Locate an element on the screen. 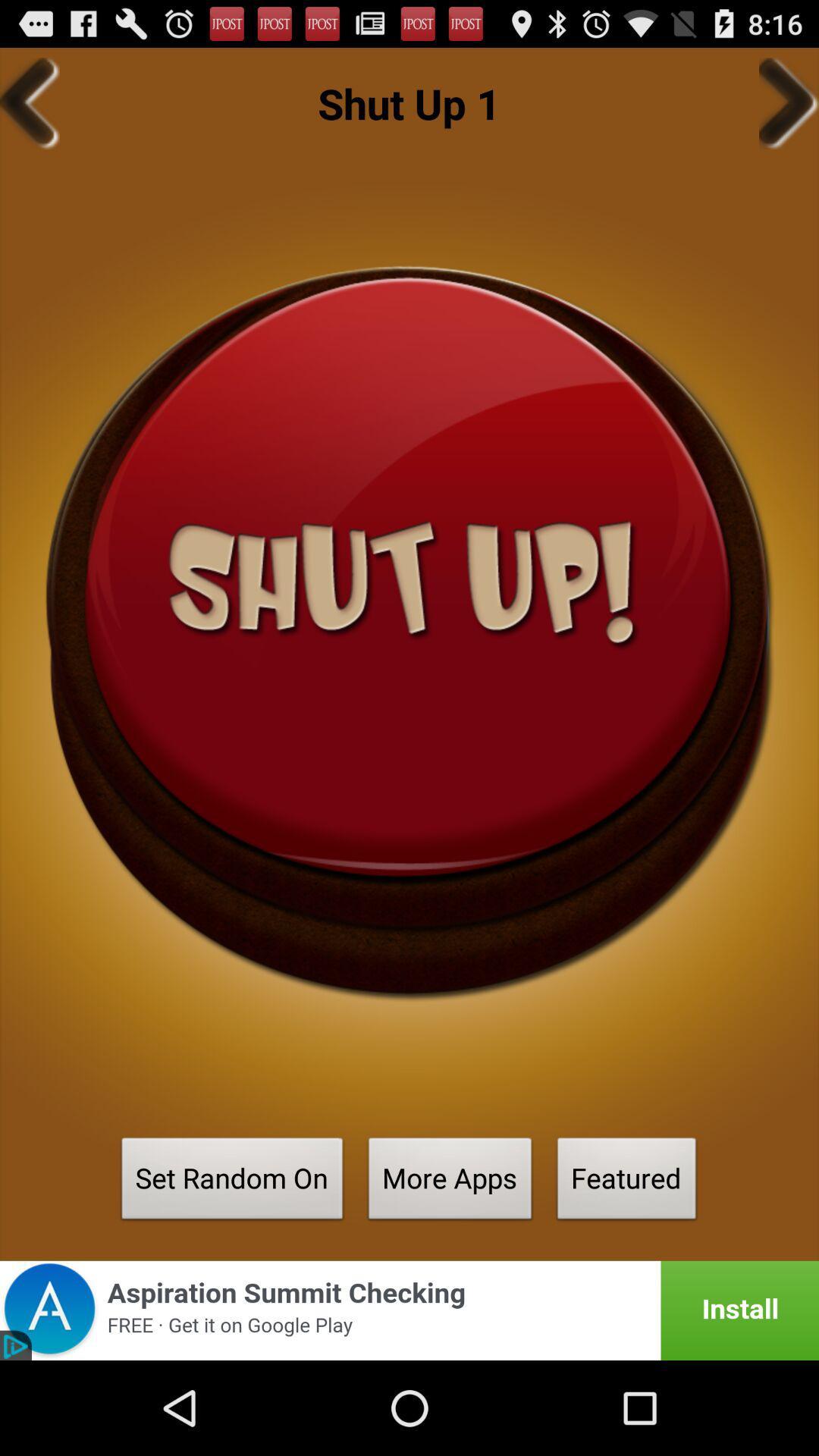 The image size is (819, 1456). previous button is located at coordinates (30, 102).